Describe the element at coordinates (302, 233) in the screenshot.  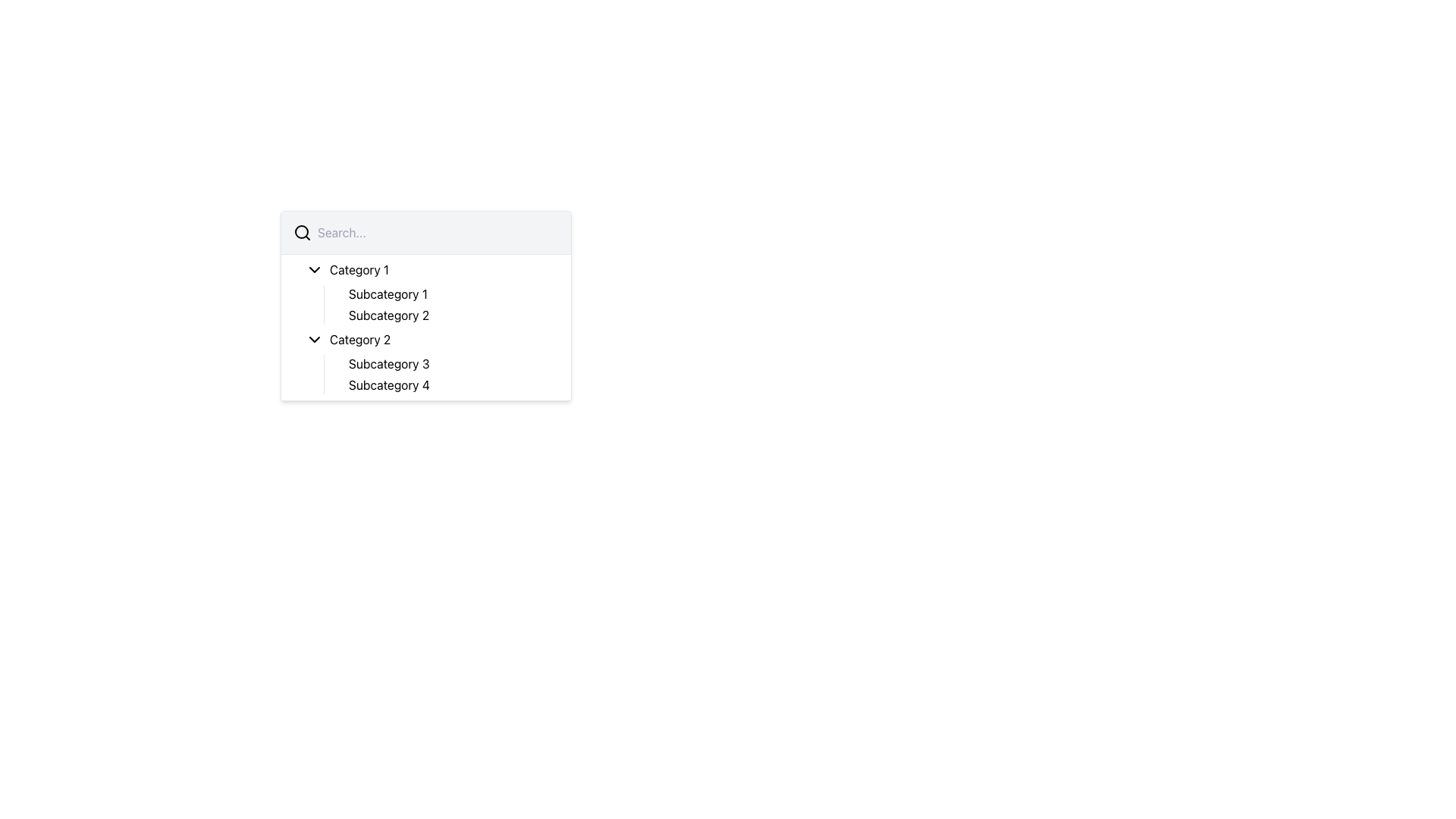
I see `the search icon located at the top-left corner of the interface` at that location.